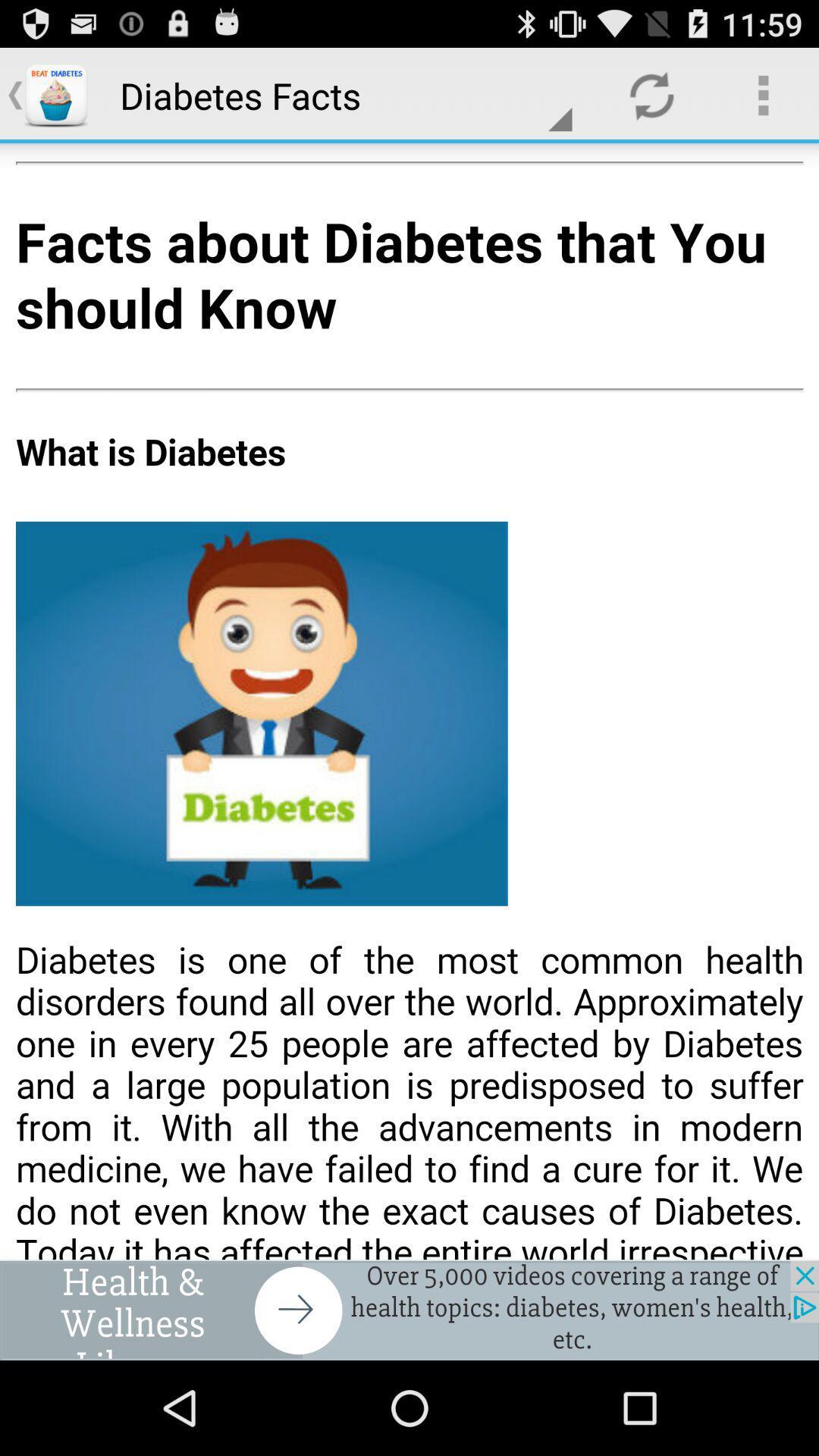 Image resolution: width=819 pixels, height=1456 pixels. I want to click on advertisement bar, so click(409, 1310).